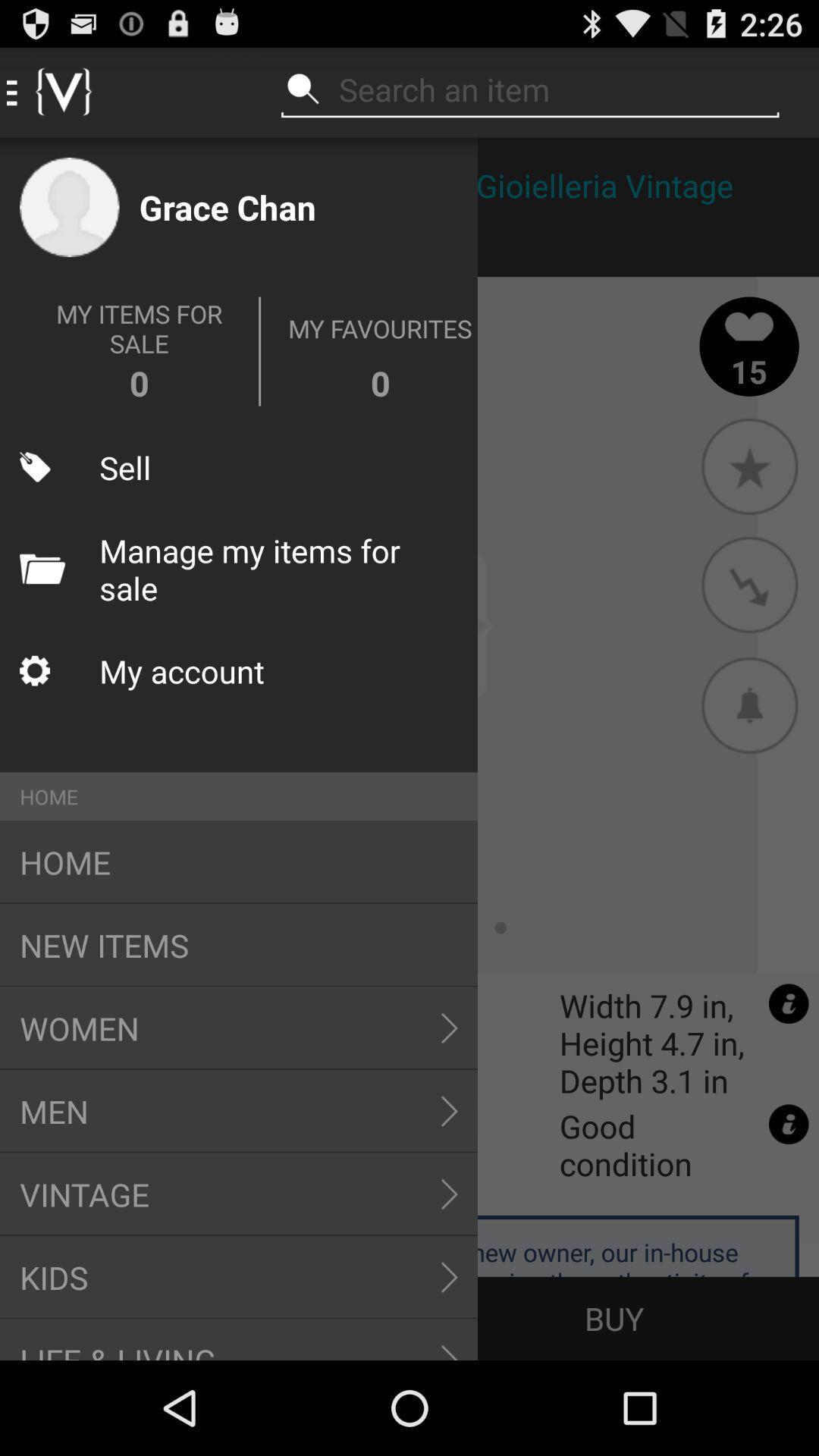  Describe the element at coordinates (748, 585) in the screenshot. I see `the icon present above the bell icon` at that location.